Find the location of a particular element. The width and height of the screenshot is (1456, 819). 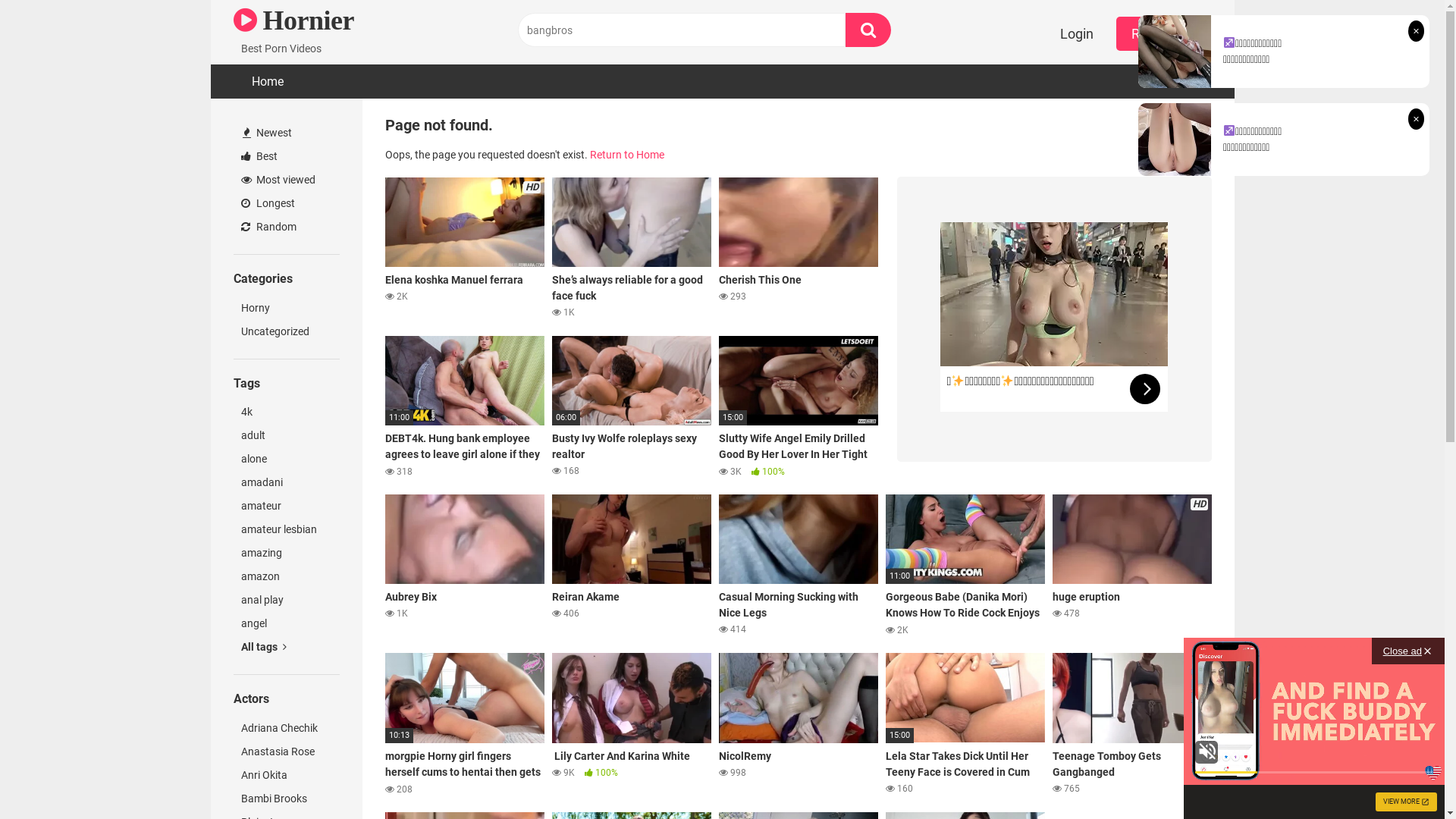

'Cherish This One is located at coordinates (797, 247).